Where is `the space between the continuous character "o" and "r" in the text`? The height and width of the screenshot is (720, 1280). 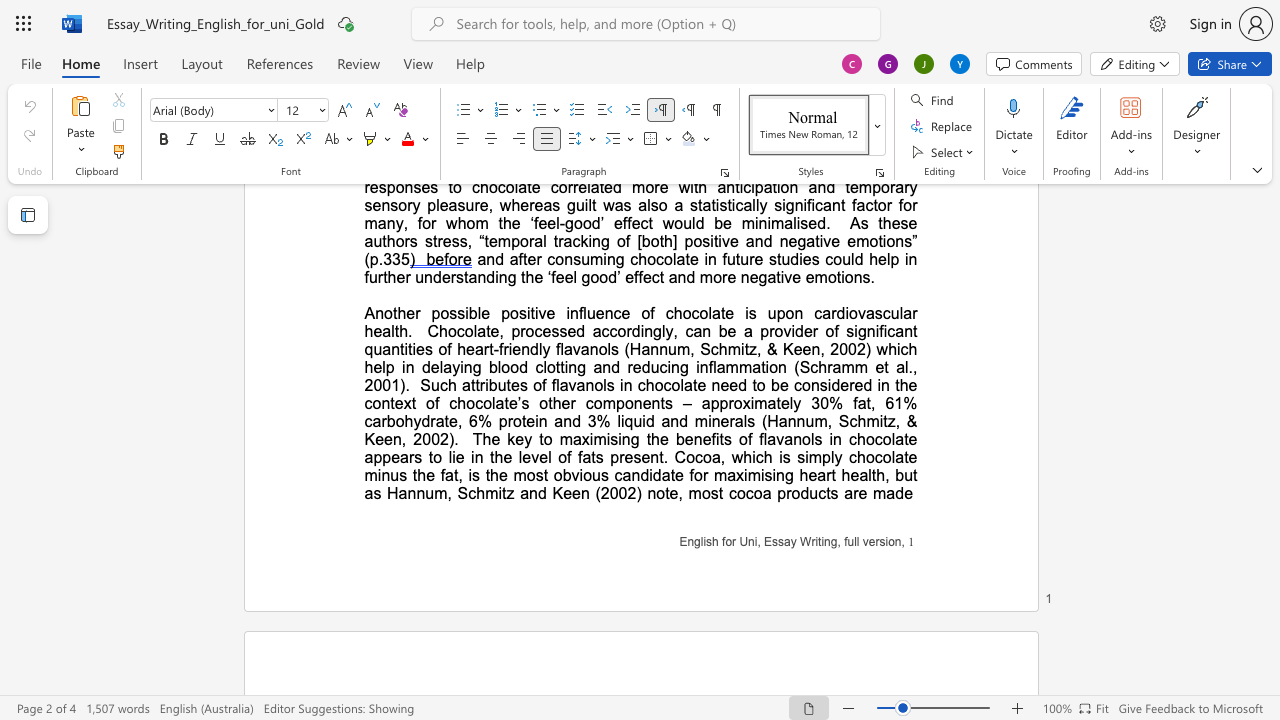
the space between the continuous character "o" and "r" in the text is located at coordinates (730, 542).